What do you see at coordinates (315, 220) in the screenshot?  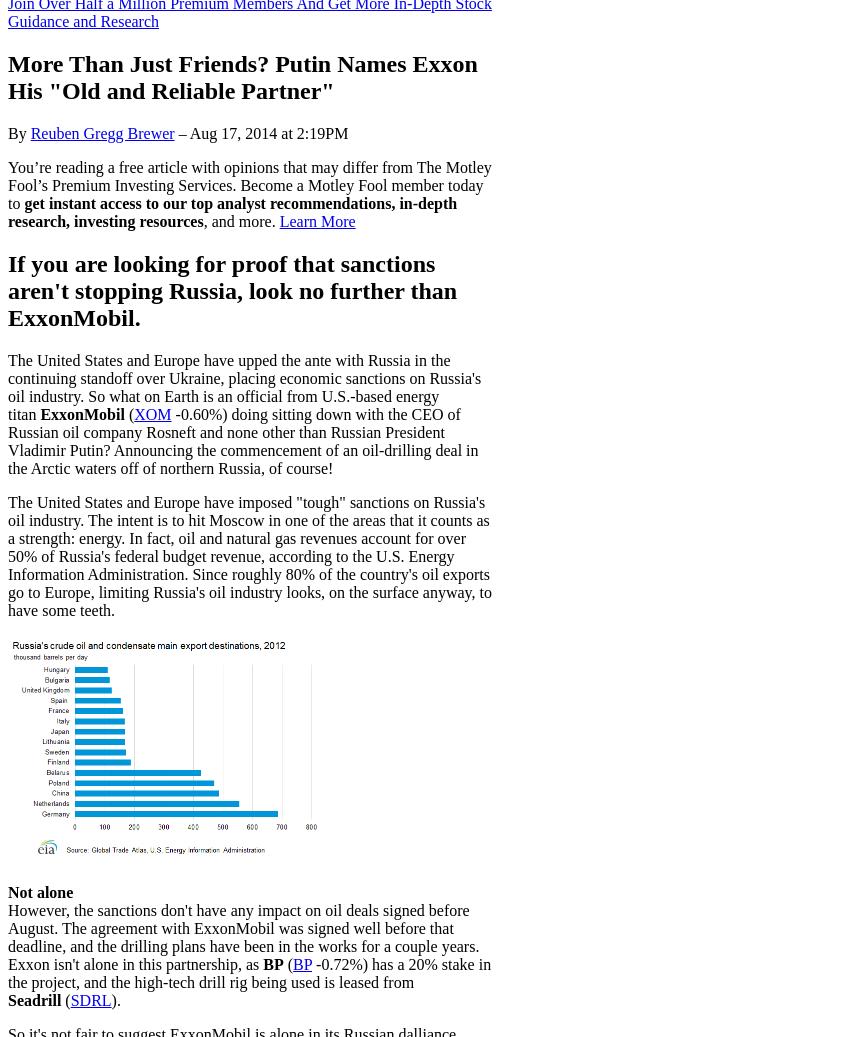 I see `'Learn More'` at bounding box center [315, 220].